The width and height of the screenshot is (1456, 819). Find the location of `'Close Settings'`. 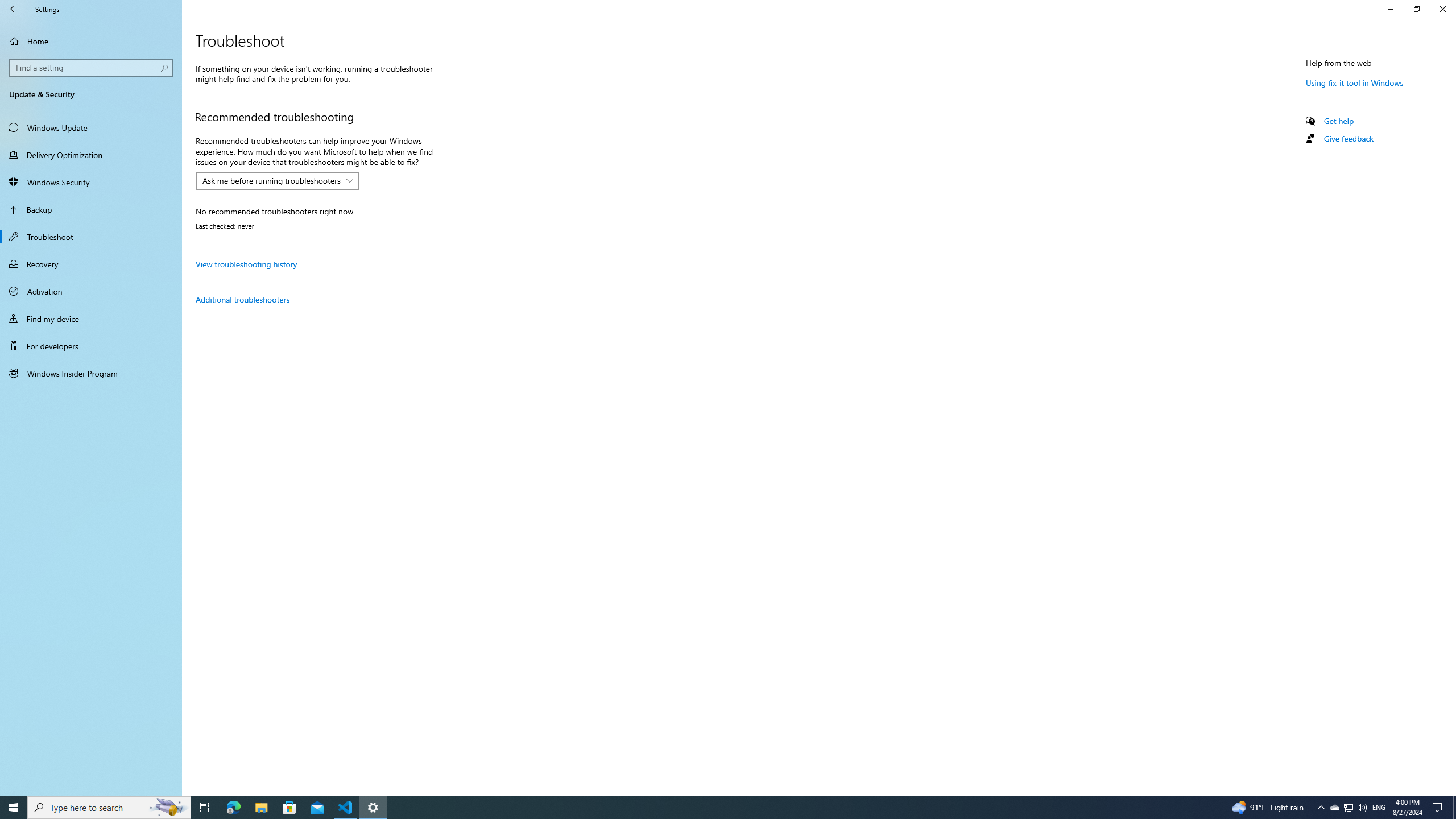

'Close Settings' is located at coordinates (1442, 9).